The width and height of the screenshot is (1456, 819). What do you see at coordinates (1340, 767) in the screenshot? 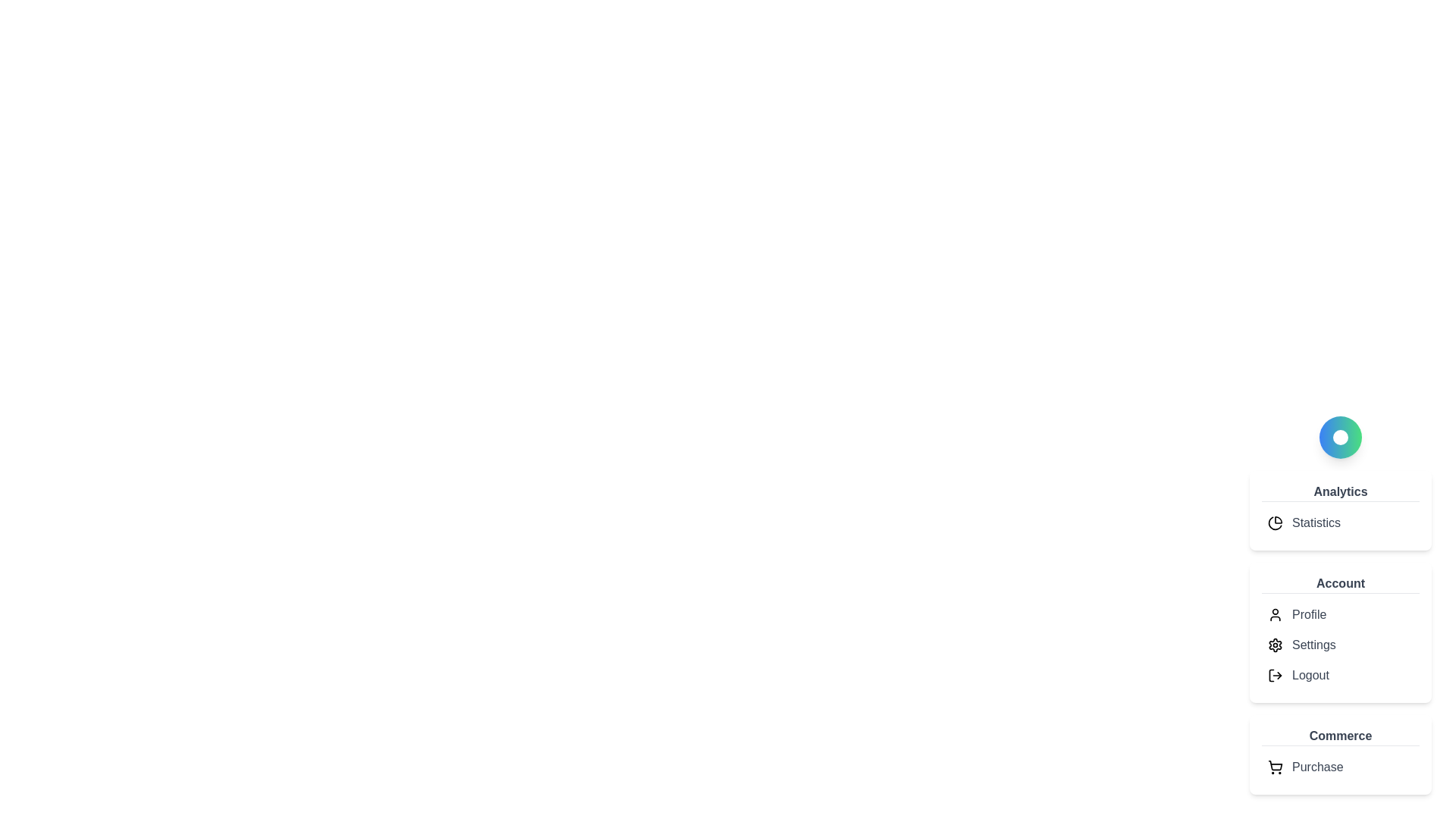
I see `the 'Purchase' option in the Commerce category` at bounding box center [1340, 767].